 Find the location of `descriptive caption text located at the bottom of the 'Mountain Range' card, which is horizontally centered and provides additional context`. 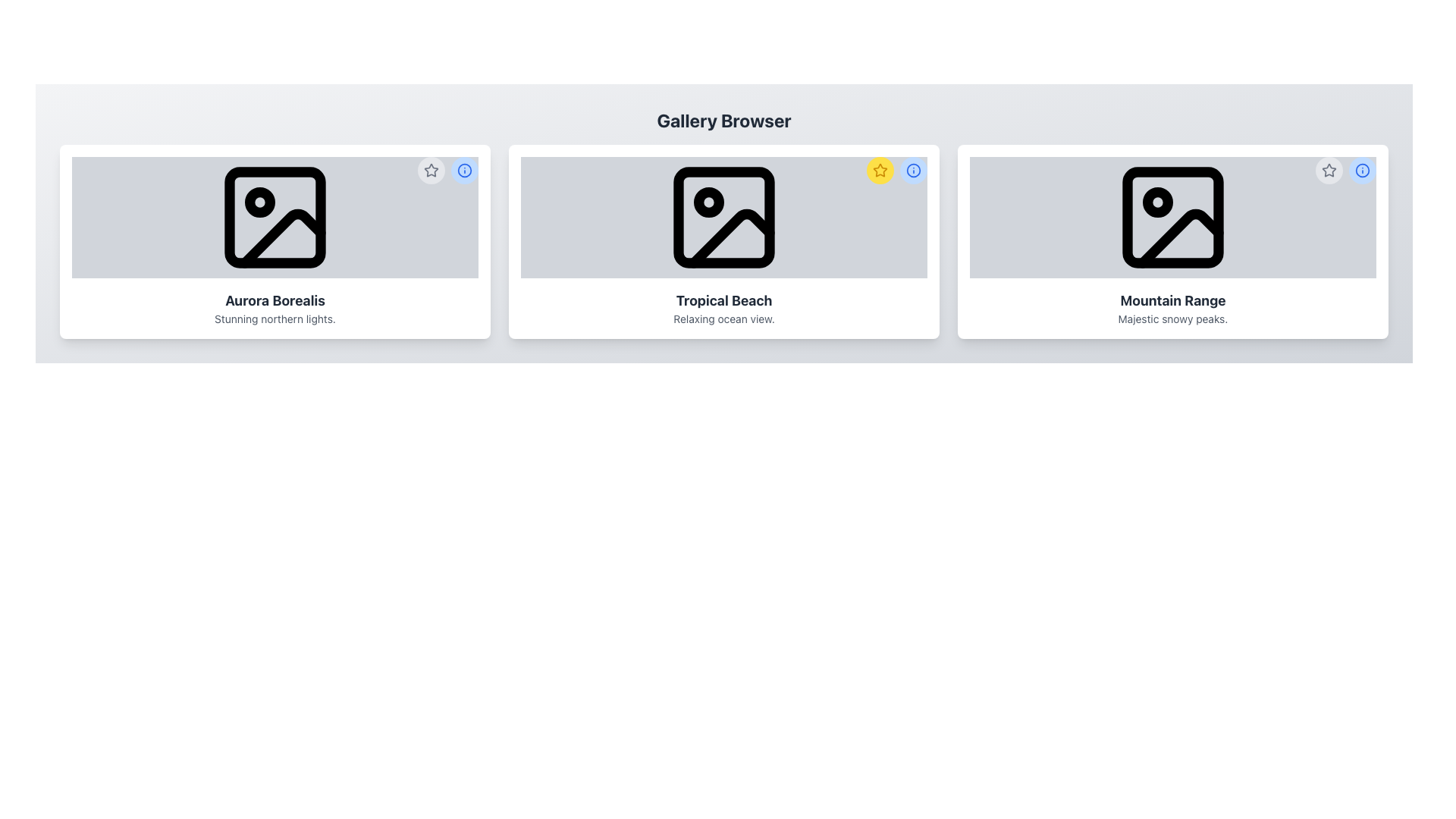

descriptive caption text located at the bottom of the 'Mountain Range' card, which is horizontally centered and provides additional context is located at coordinates (1172, 318).